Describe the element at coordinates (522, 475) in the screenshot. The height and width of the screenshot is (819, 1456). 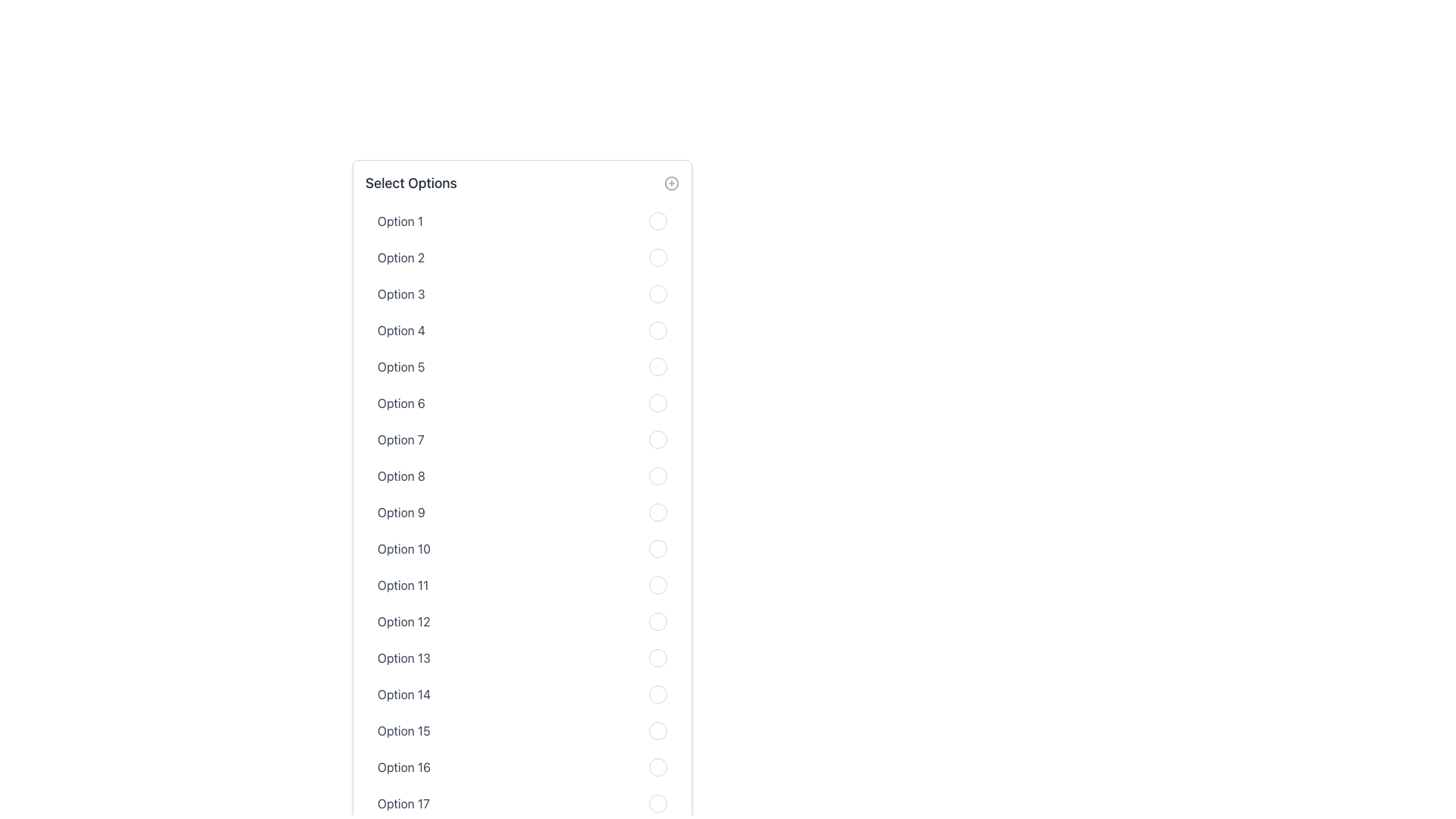
I see `the radio button option, which is the eighth option in a vertically stacked list of options` at that location.